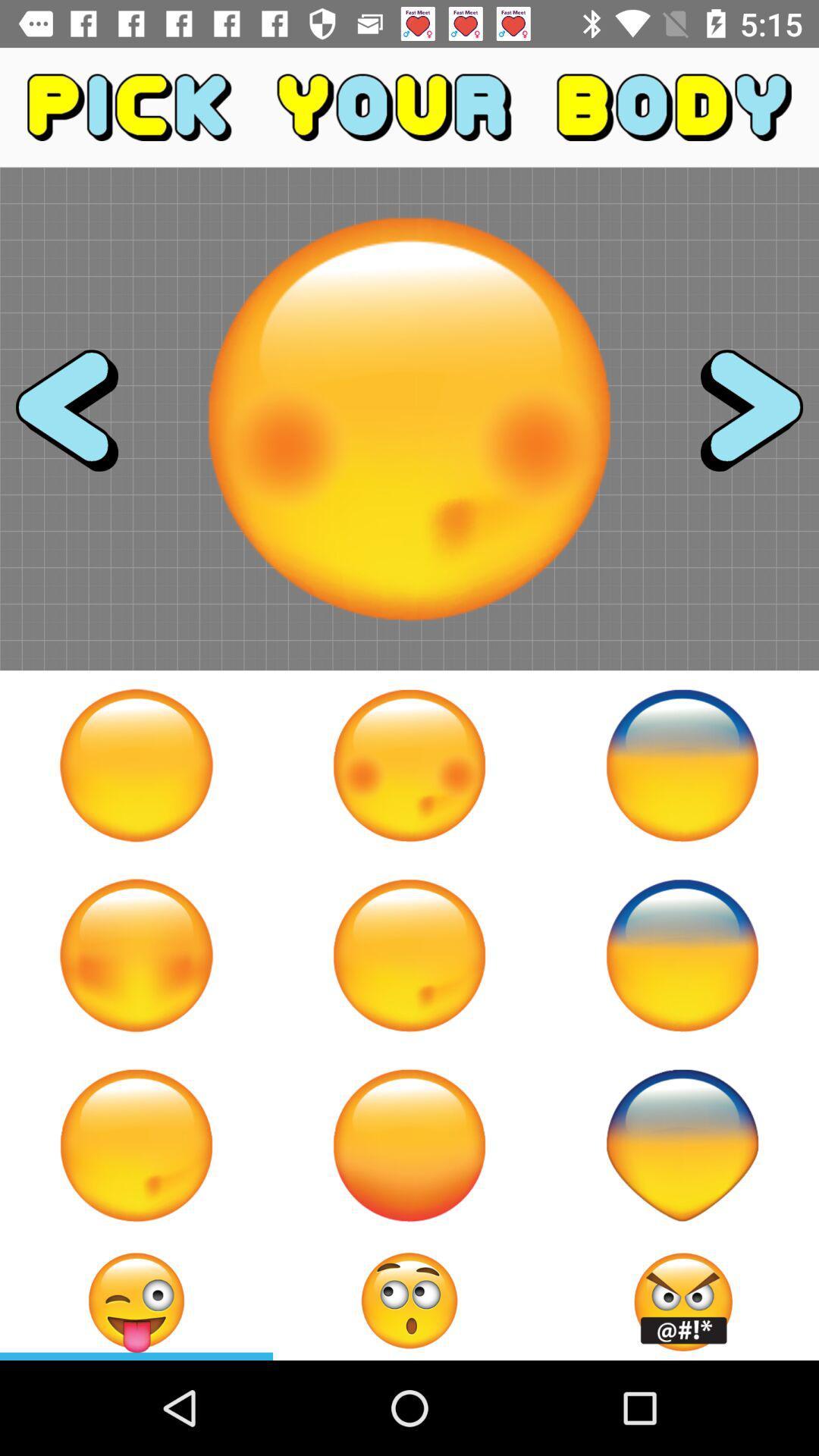  I want to click on the emoji icon, so click(409, 1300).